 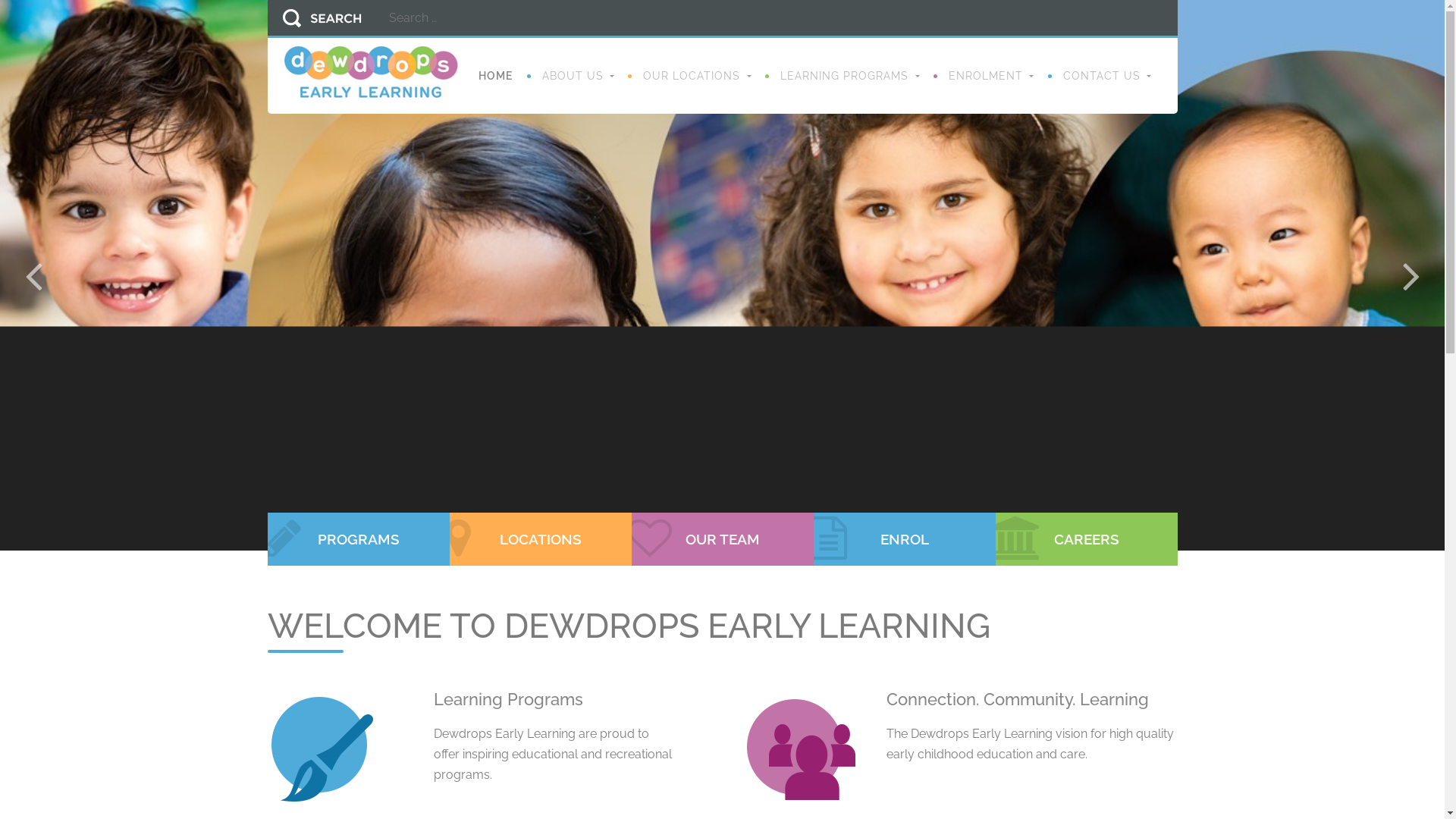 I want to click on 'HOME', so click(x=495, y=76).